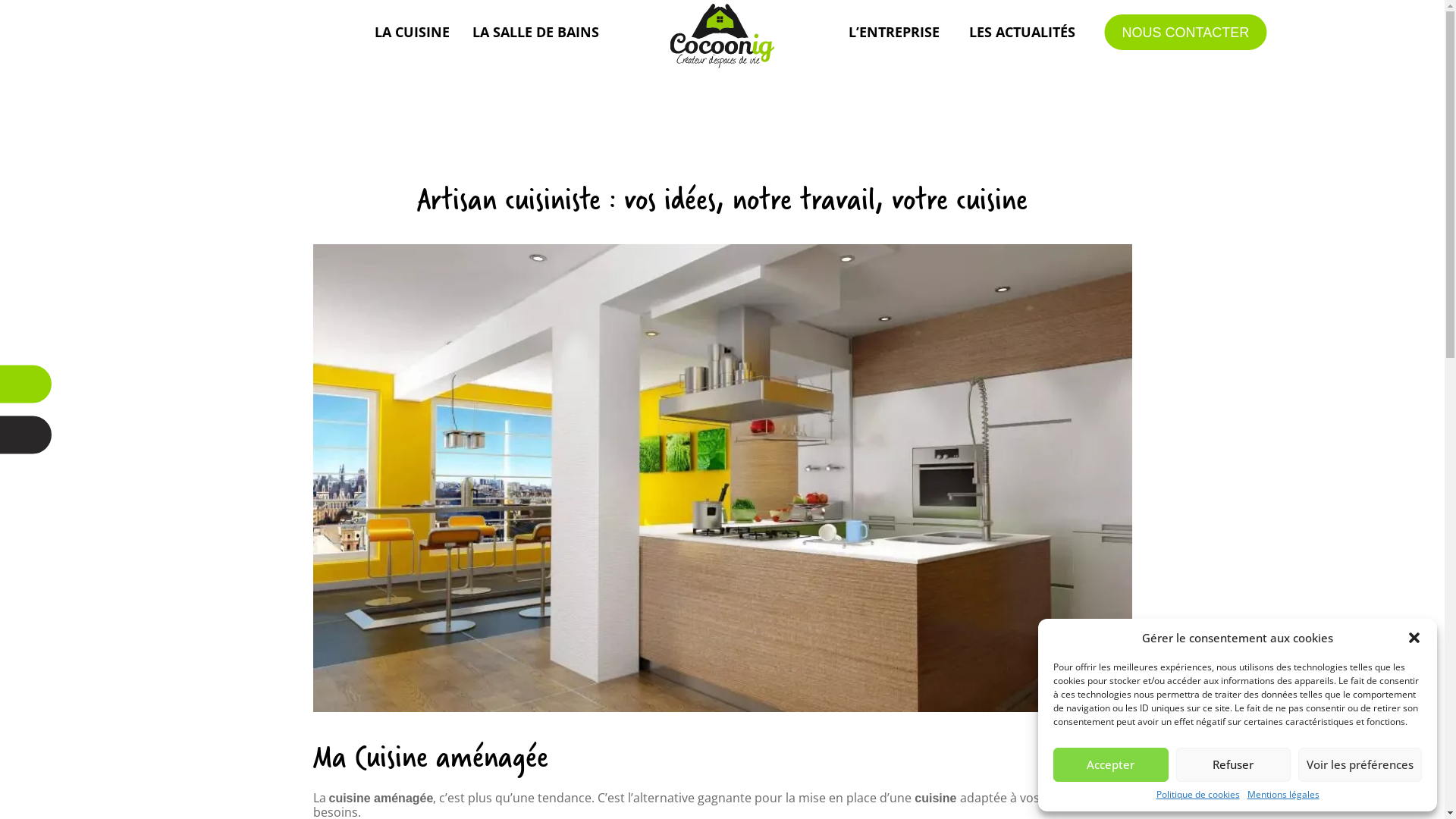 The image size is (1456, 819). I want to click on 'Refuser', so click(1233, 764).